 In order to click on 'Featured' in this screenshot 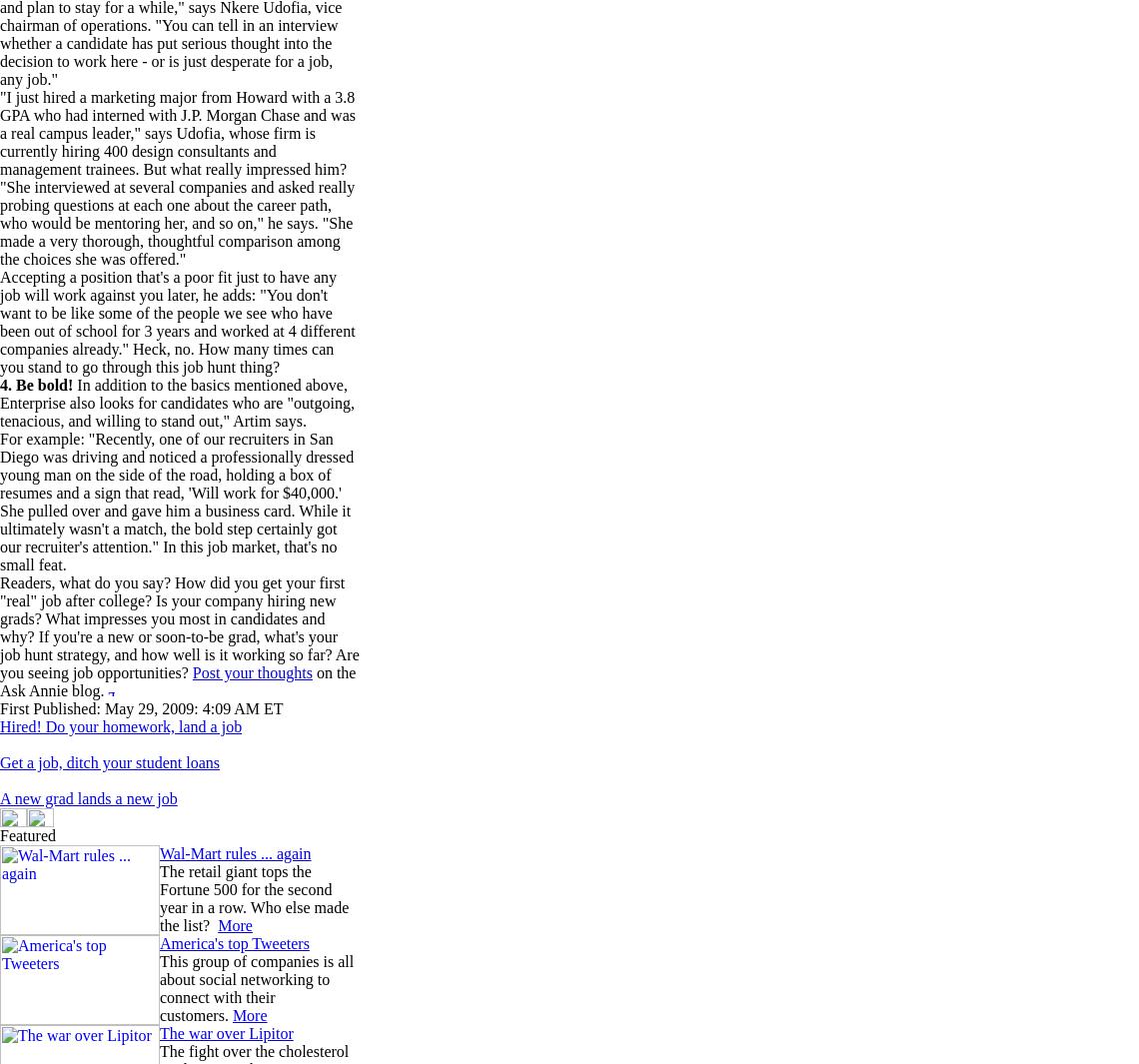, I will do `click(27, 835)`.